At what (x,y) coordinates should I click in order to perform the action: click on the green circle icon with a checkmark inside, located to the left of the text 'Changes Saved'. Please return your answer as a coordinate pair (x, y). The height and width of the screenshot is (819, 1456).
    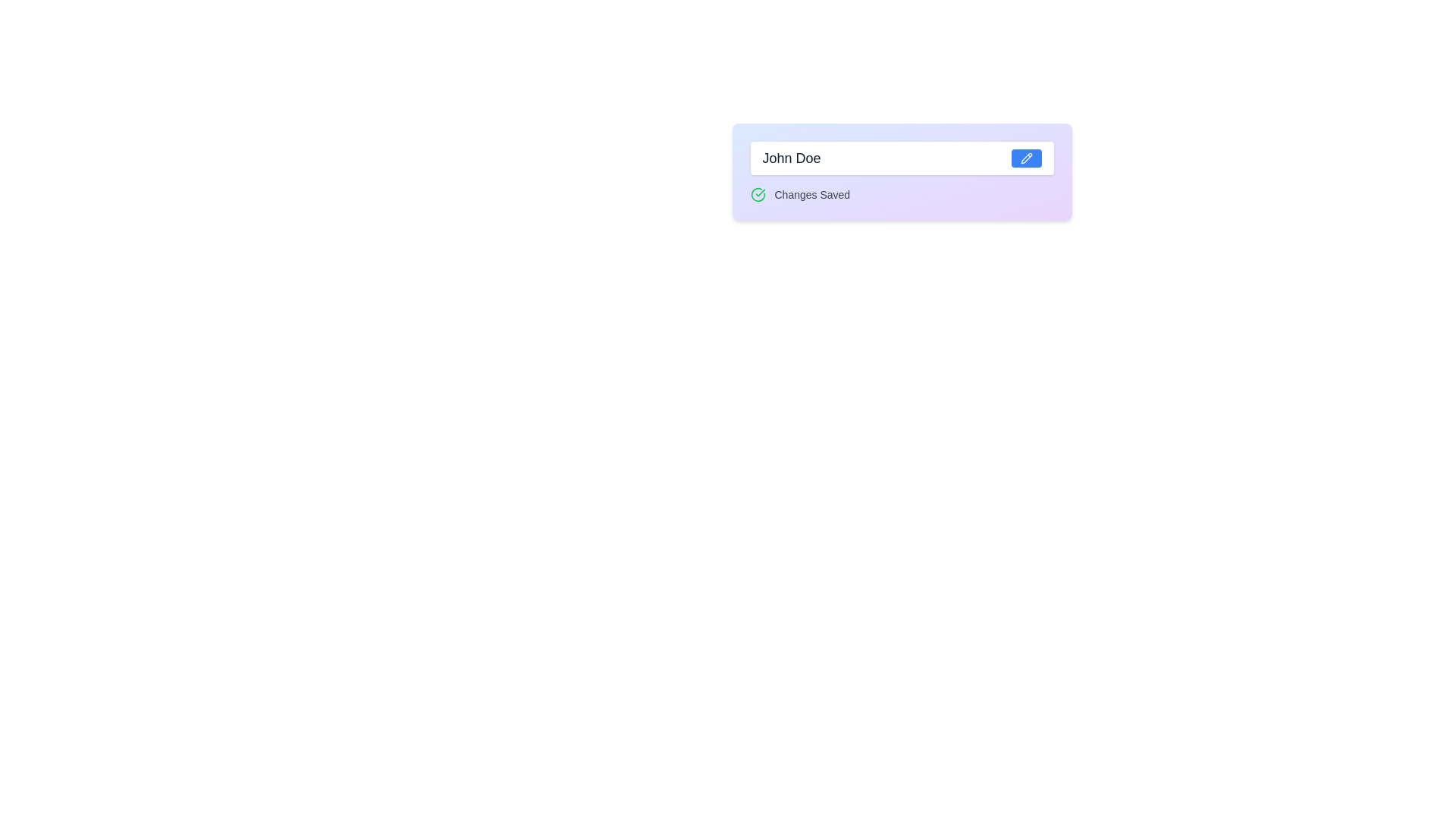
    Looking at the image, I should click on (758, 194).